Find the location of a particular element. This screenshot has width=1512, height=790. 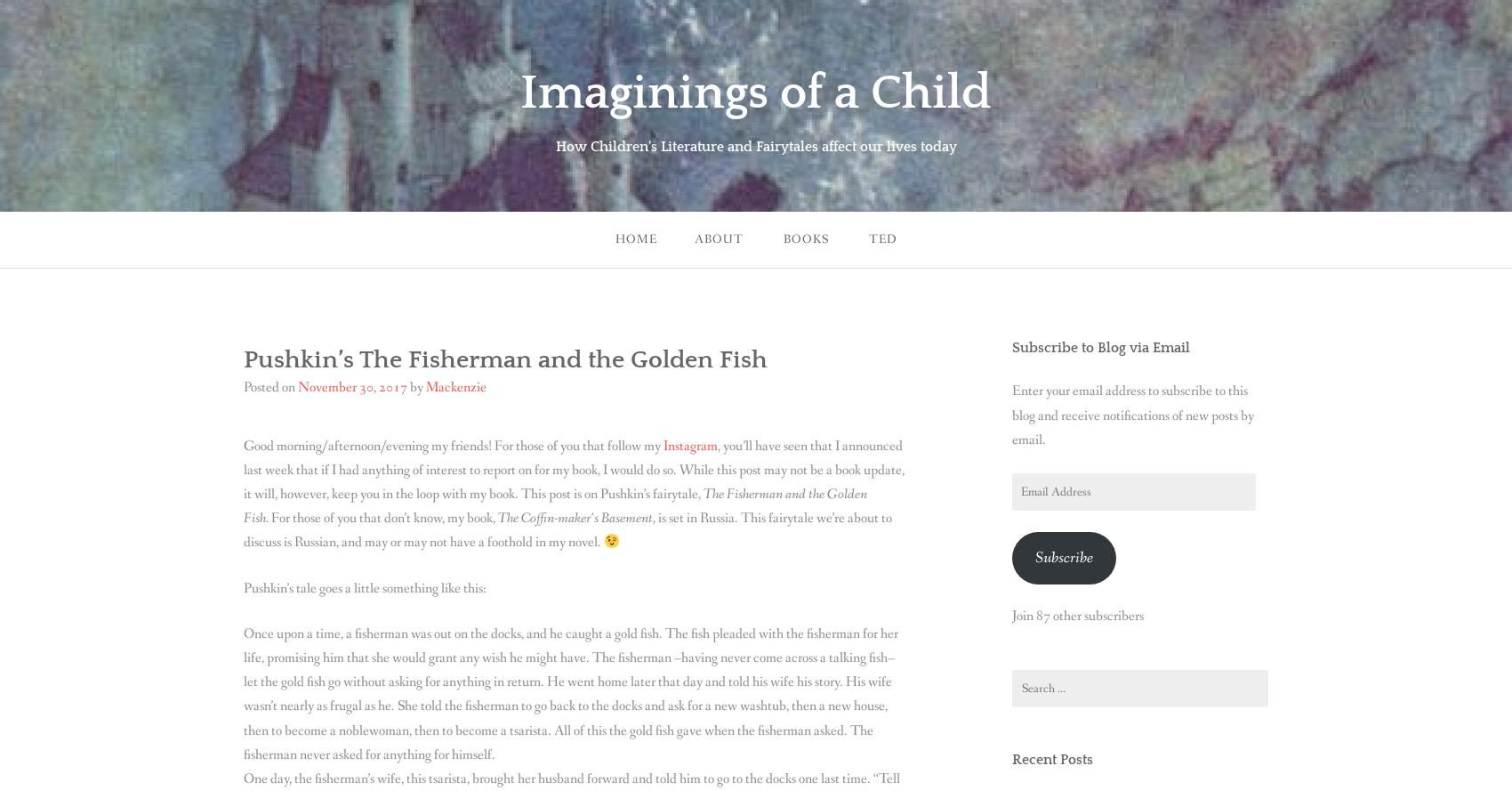

'For those of you that don’t know, my book,' is located at coordinates (384, 518).